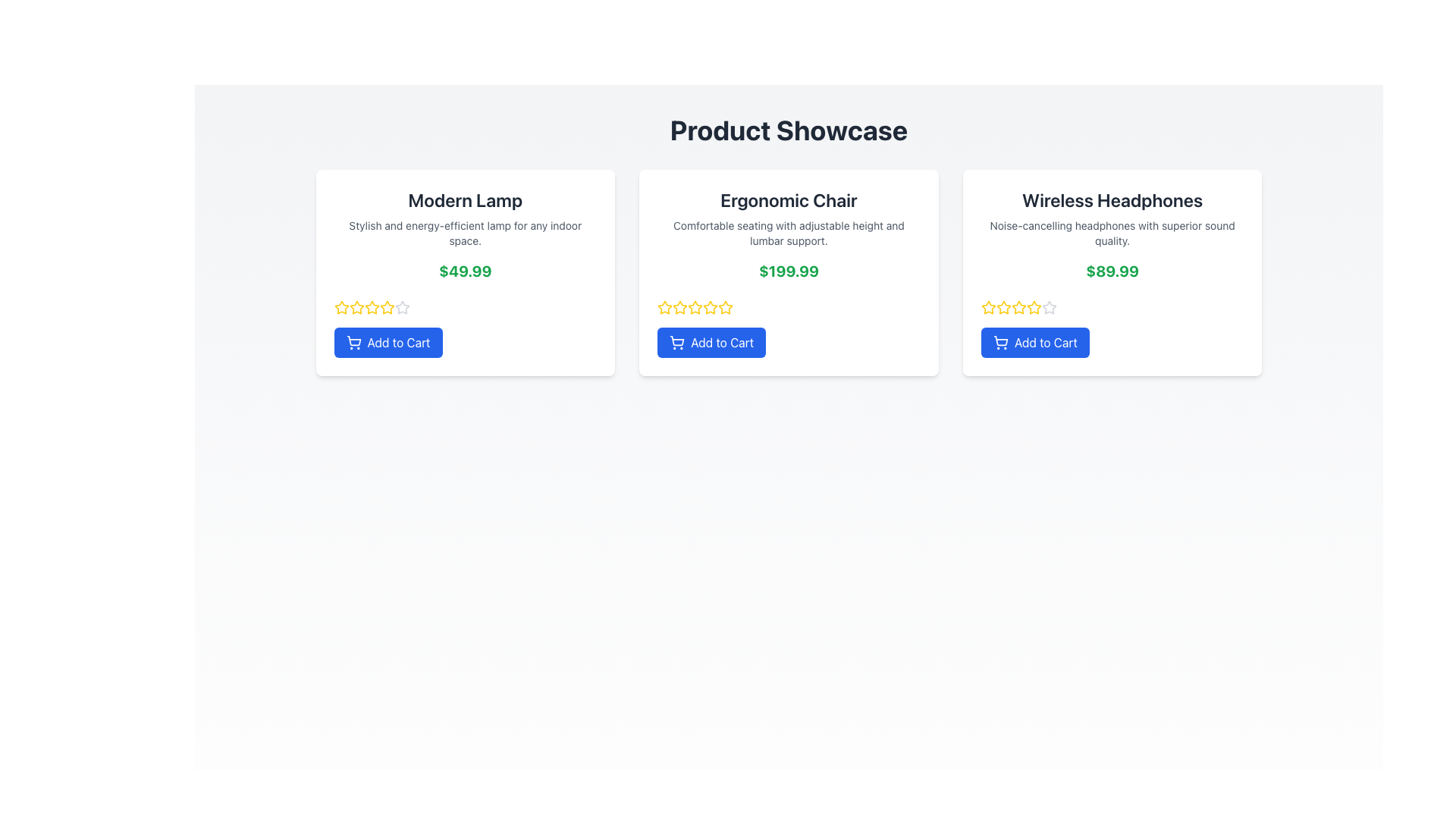 This screenshot has height=819, width=1456. I want to click on the text label displaying the price '$199.99' in bold, large, green-colored font, located below the product description of the 'Ergonomic Chair', so click(789, 271).